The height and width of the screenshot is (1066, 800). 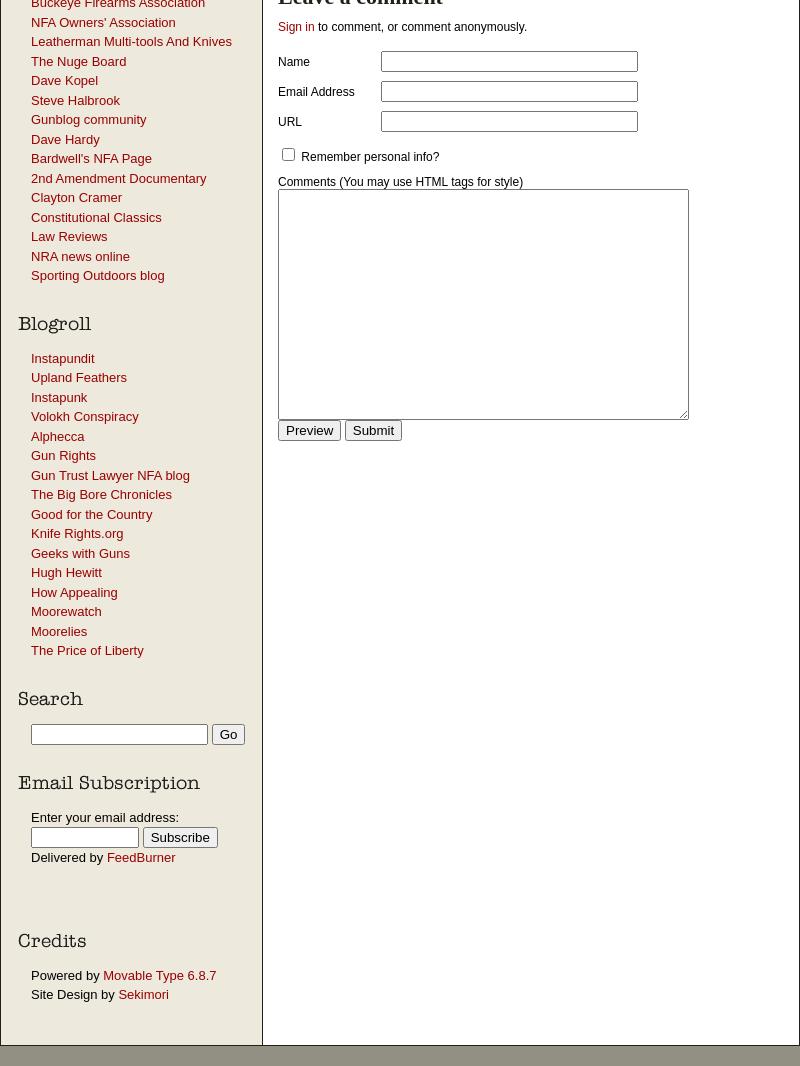 What do you see at coordinates (79, 377) in the screenshot?
I see `'Upland Feathers'` at bounding box center [79, 377].